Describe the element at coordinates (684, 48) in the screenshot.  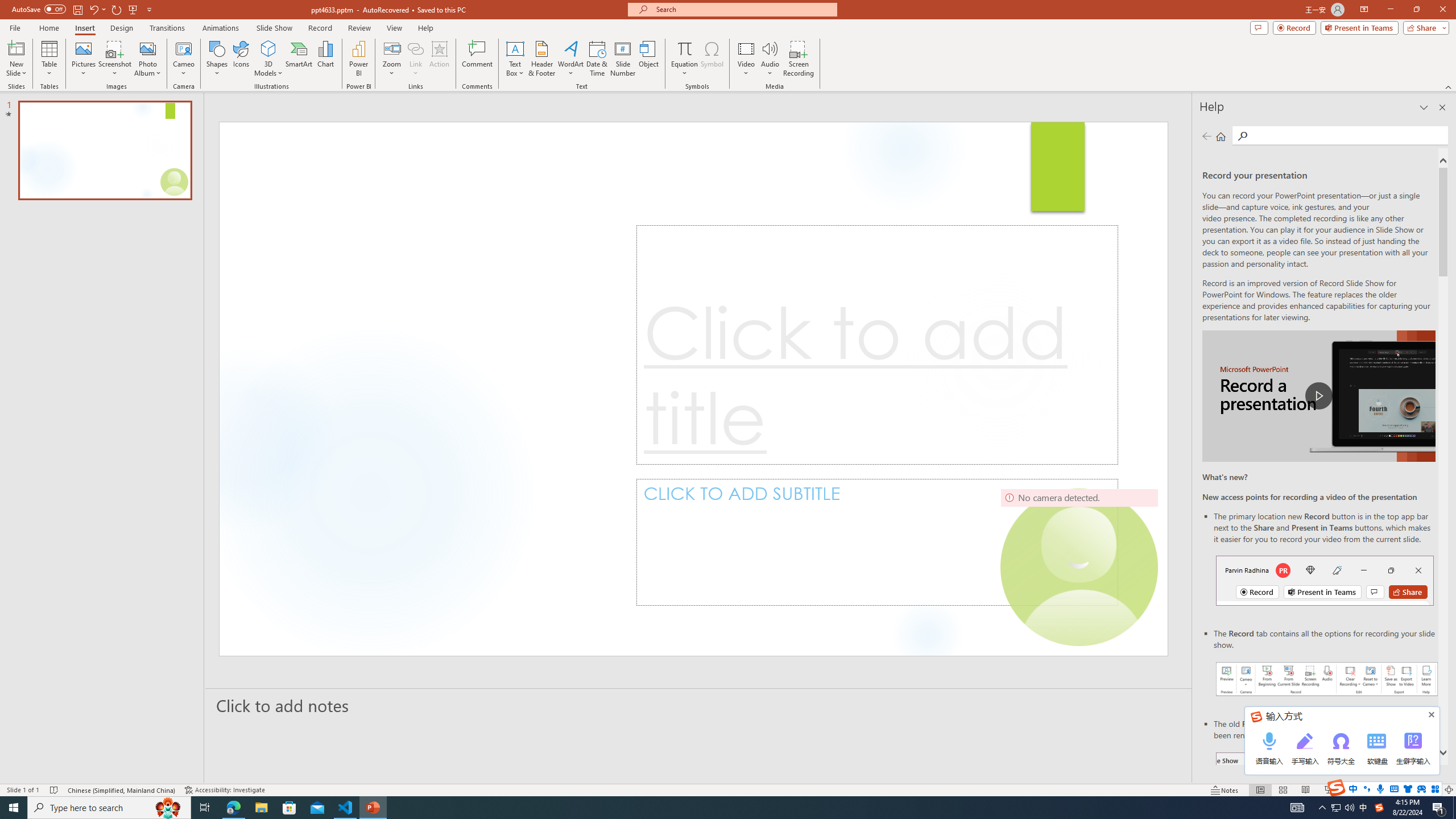
I see `'Equation'` at that location.